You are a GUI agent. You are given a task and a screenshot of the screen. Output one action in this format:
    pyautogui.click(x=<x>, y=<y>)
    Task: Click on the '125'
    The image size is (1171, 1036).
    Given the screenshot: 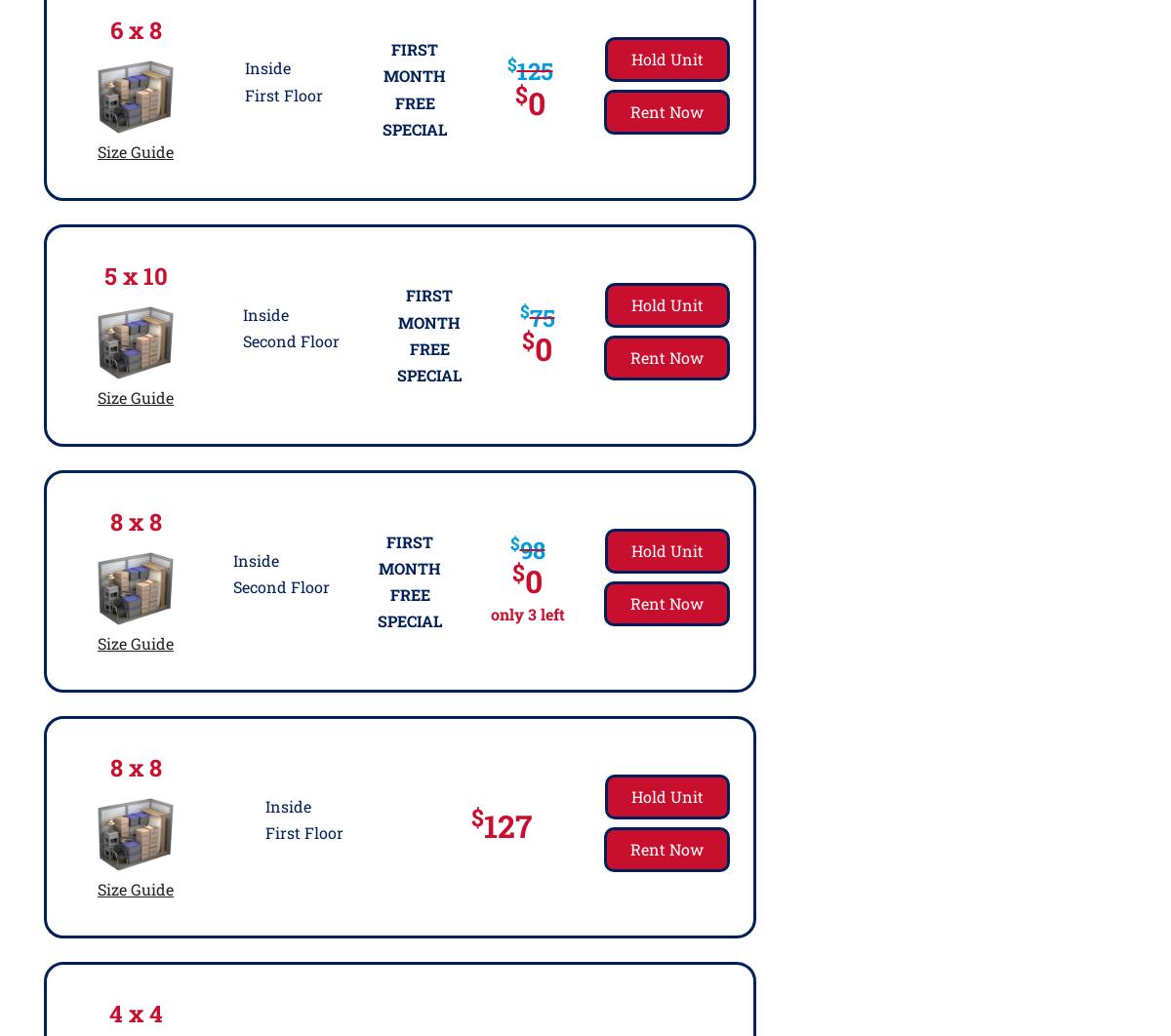 What is the action you would take?
    pyautogui.click(x=533, y=70)
    